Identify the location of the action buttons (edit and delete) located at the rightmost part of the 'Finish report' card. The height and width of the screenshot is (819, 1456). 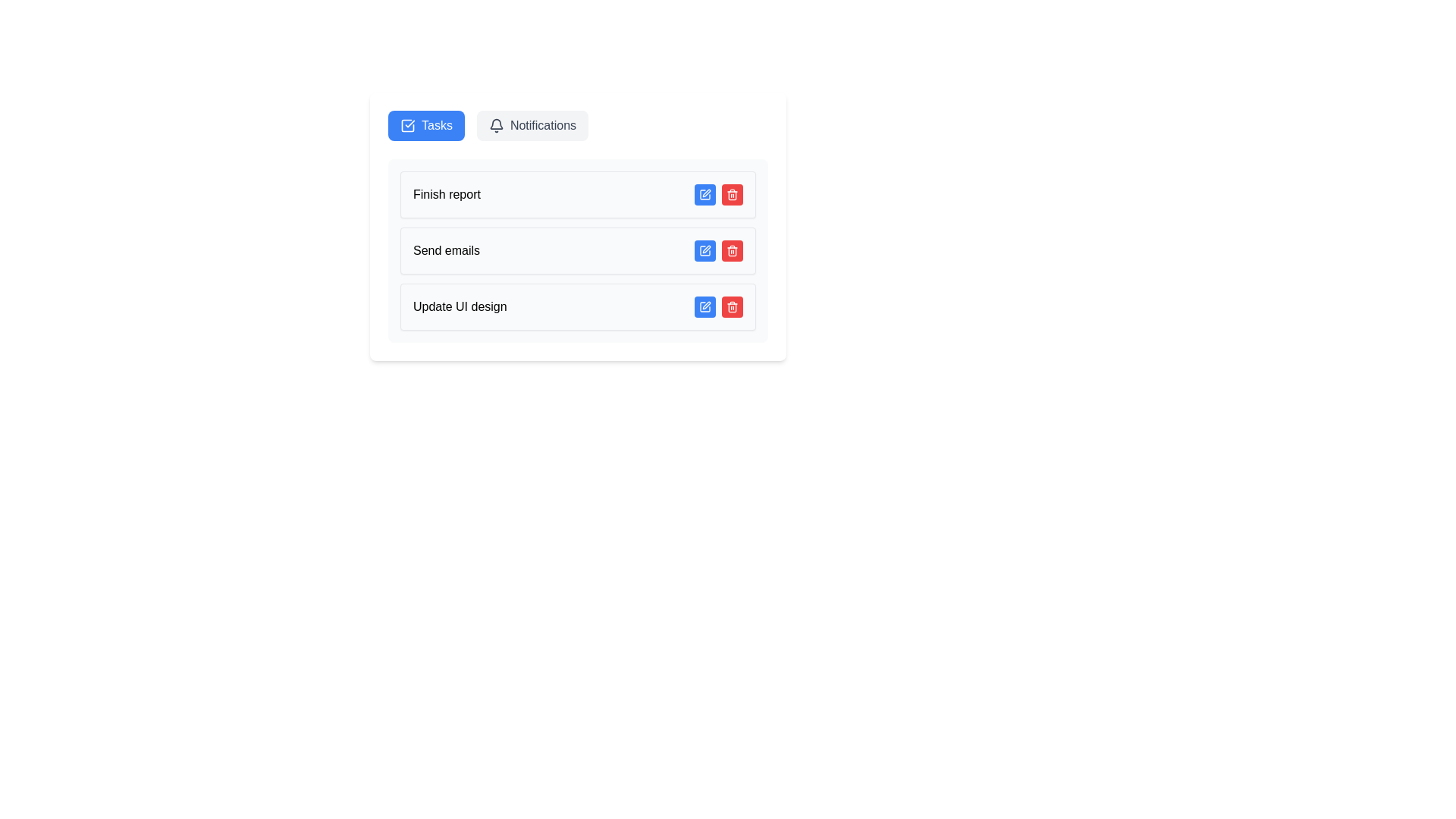
(718, 194).